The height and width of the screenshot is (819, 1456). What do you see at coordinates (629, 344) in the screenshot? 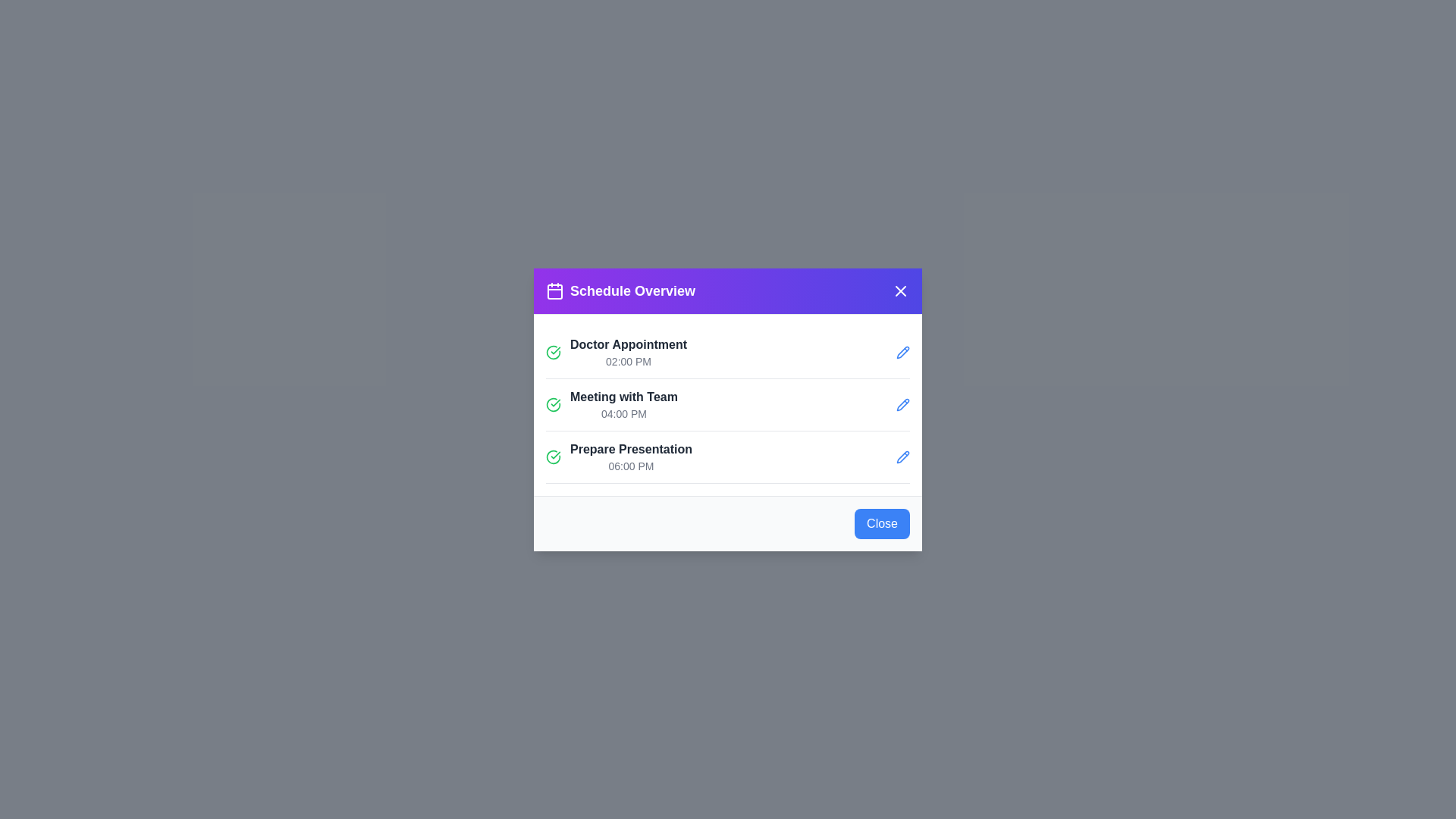
I see `the bold text label that reads 'Doctor Appointment' located at the top-left corner of a list entry in the 'Schedule Overview' dialog` at bounding box center [629, 344].